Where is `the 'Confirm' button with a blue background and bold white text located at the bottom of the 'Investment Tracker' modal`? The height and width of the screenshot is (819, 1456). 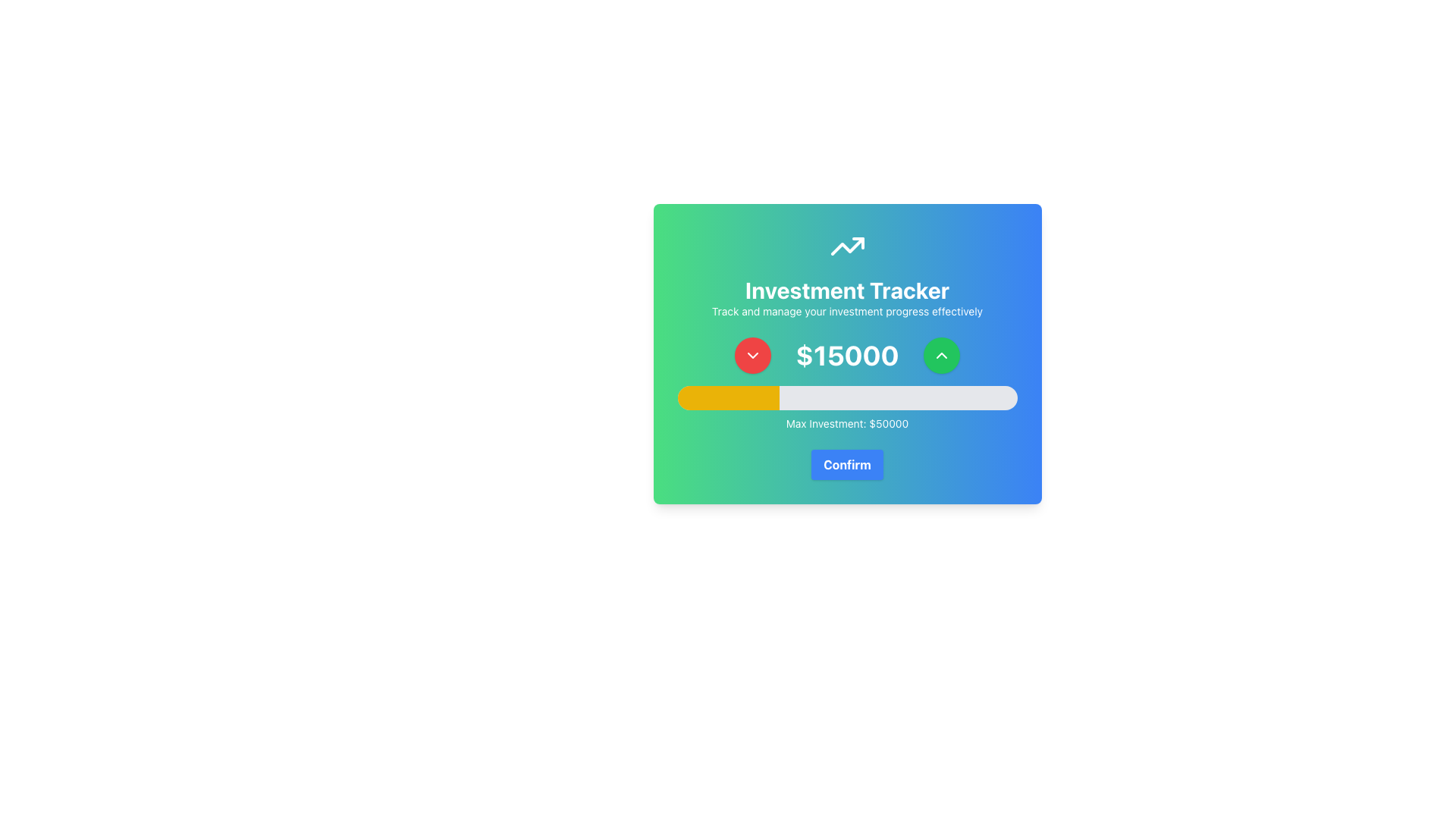 the 'Confirm' button with a blue background and bold white text located at the bottom of the 'Investment Tracker' modal is located at coordinates (846, 464).